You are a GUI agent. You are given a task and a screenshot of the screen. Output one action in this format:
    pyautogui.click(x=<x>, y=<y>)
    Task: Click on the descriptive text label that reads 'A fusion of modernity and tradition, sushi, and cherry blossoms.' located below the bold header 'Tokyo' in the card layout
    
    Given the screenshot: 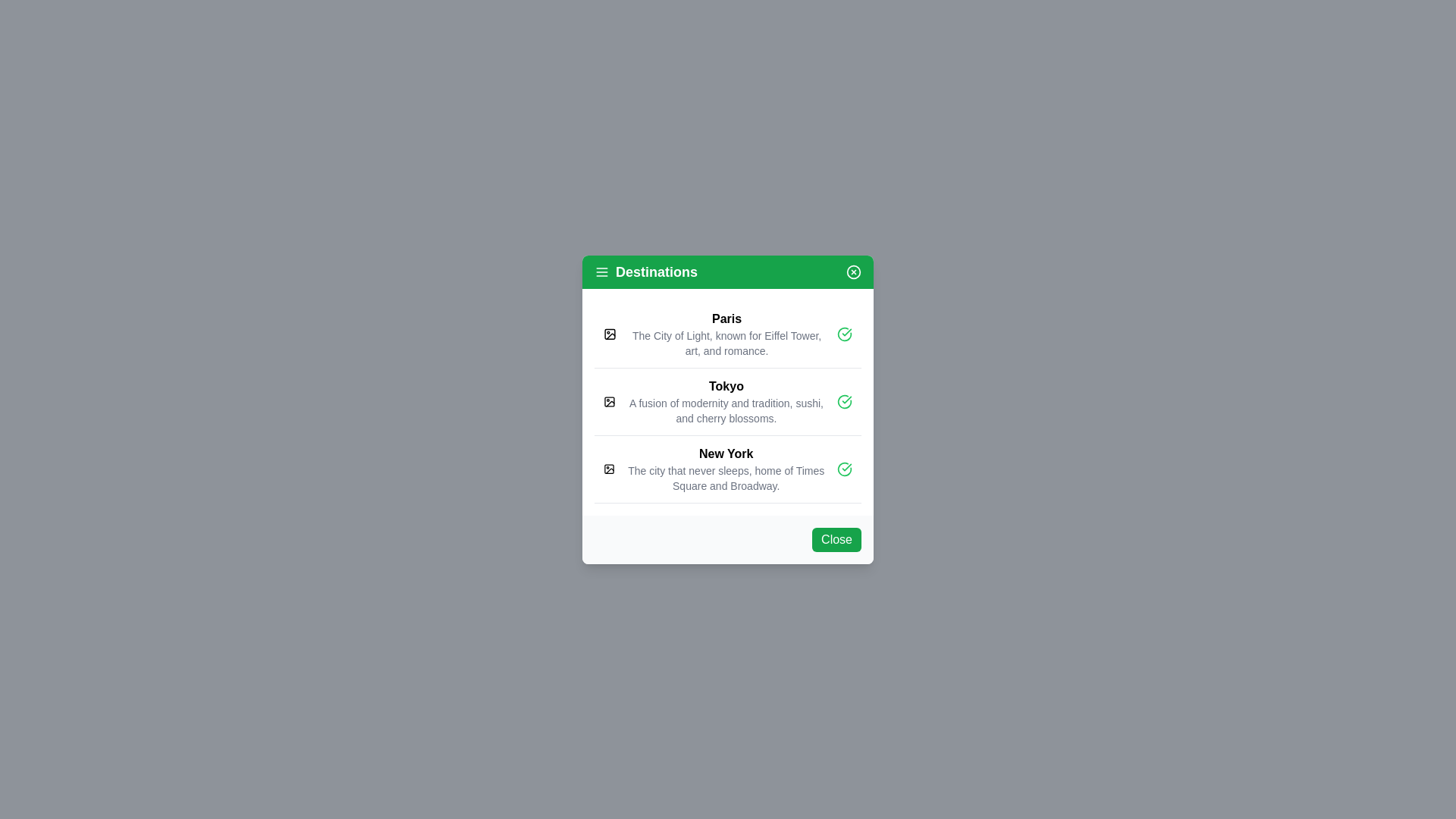 What is the action you would take?
    pyautogui.click(x=725, y=410)
    